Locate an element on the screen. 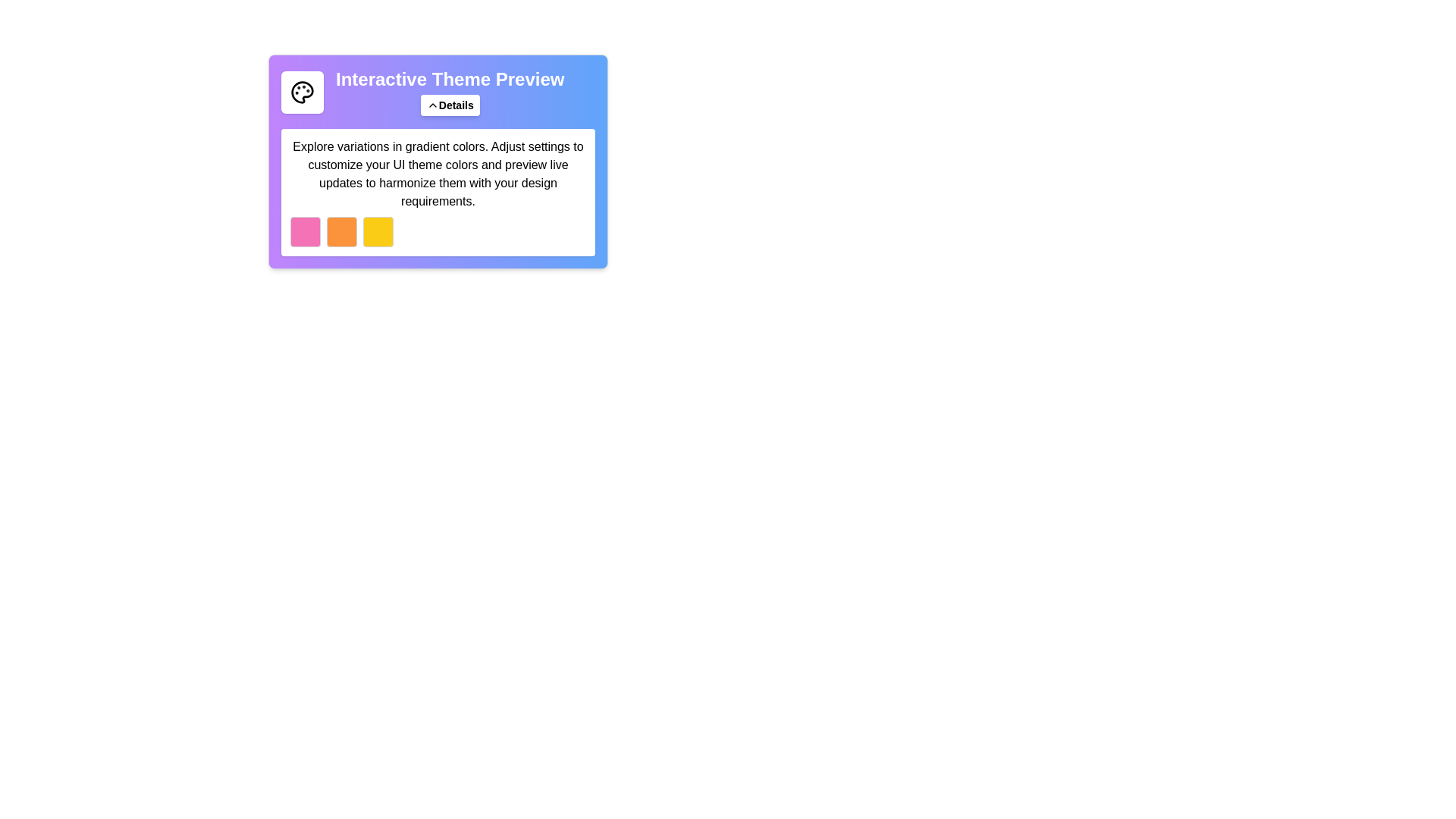 The width and height of the screenshot is (1456, 819). the Informative Text Block that provides guidance about gradient colors and UI customization, located below the 'Interactive Theme Preview' header is located at coordinates (437, 174).